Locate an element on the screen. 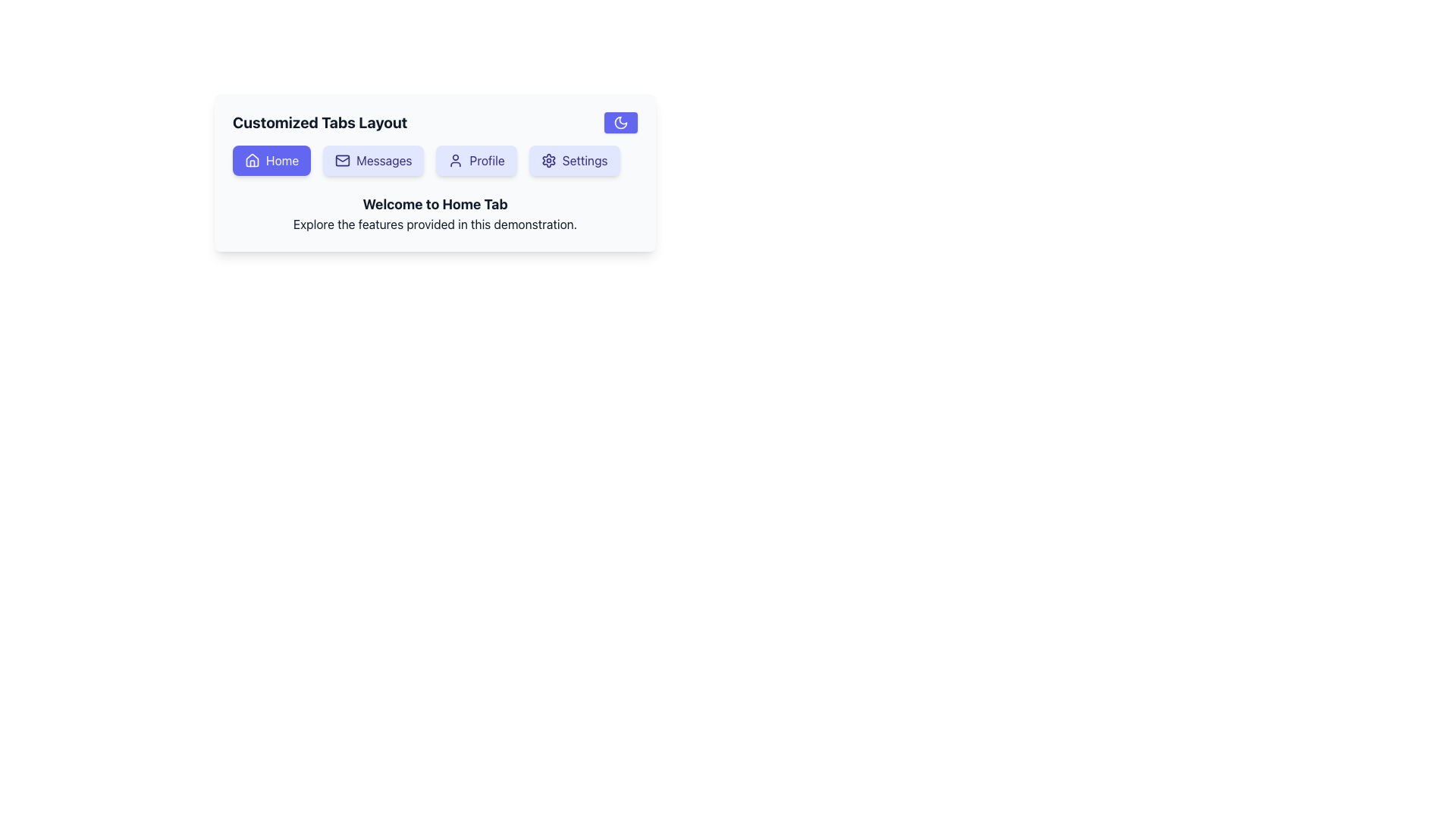 This screenshot has width=1456, height=819. the crescent moon icon used for toggling dark mode, located on the far-right side of the top row of icons is located at coordinates (621, 122).